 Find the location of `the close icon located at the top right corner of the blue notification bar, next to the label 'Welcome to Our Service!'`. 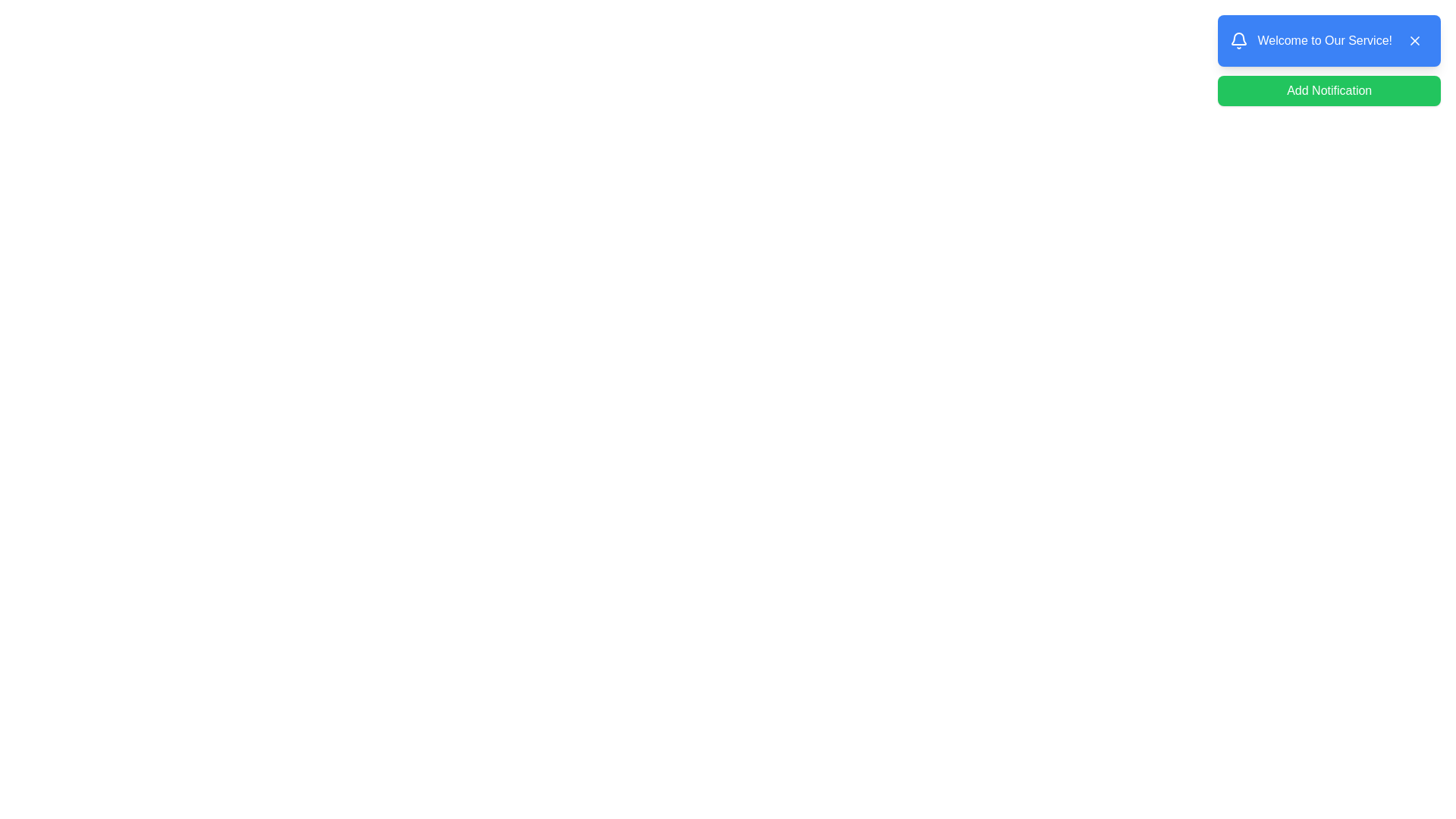

the close icon located at the top right corner of the blue notification bar, next to the label 'Welcome to Our Service!' is located at coordinates (1414, 40).